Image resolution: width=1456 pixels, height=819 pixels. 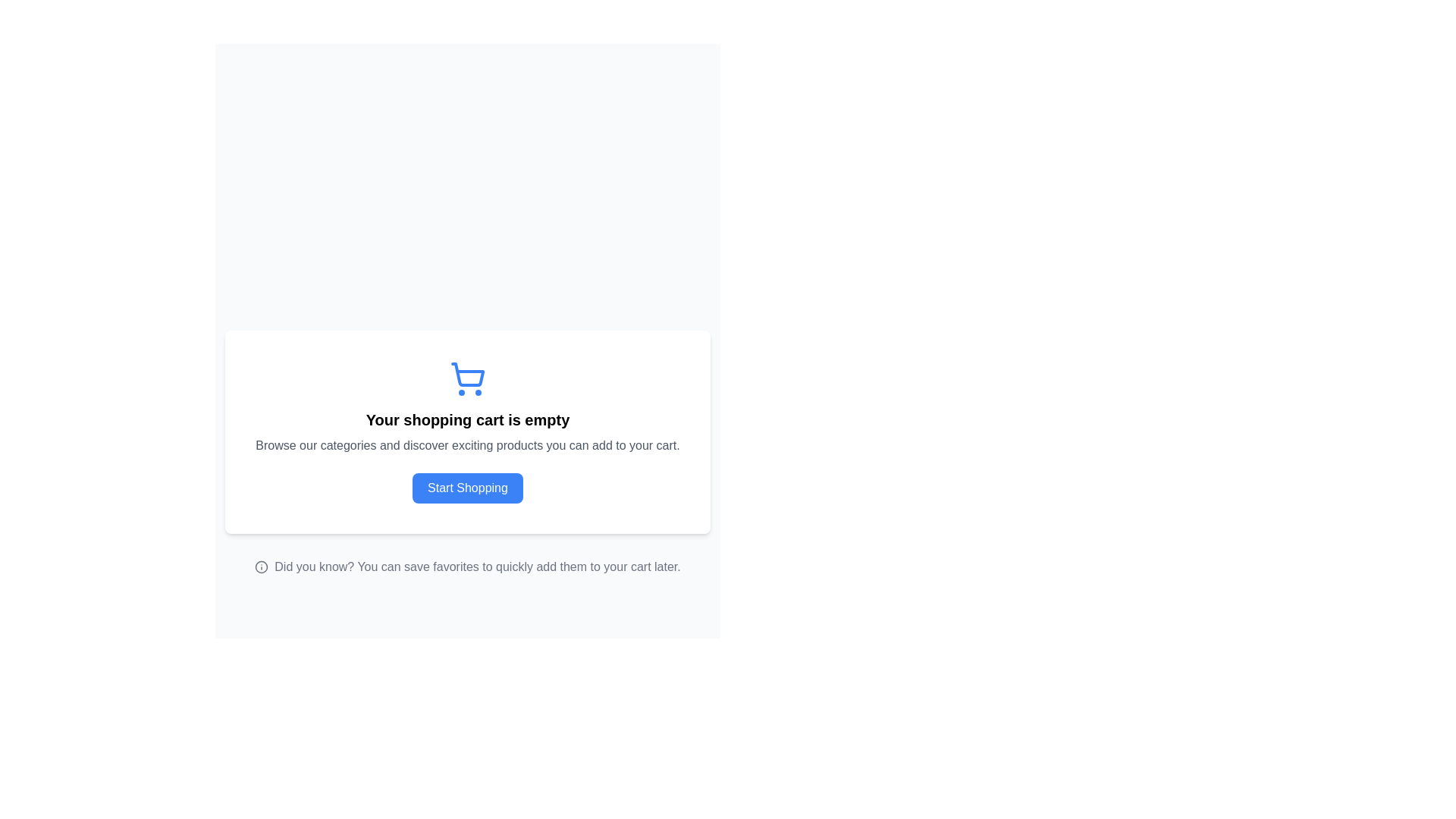 What do you see at coordinates (262, 567) in the screenshot?
I see `the informational icon located to the left of the 'Did you know? You can save favorites to quickly add them to your cart later.' text line, which is slightly indented` at bounding box center [262, 567].